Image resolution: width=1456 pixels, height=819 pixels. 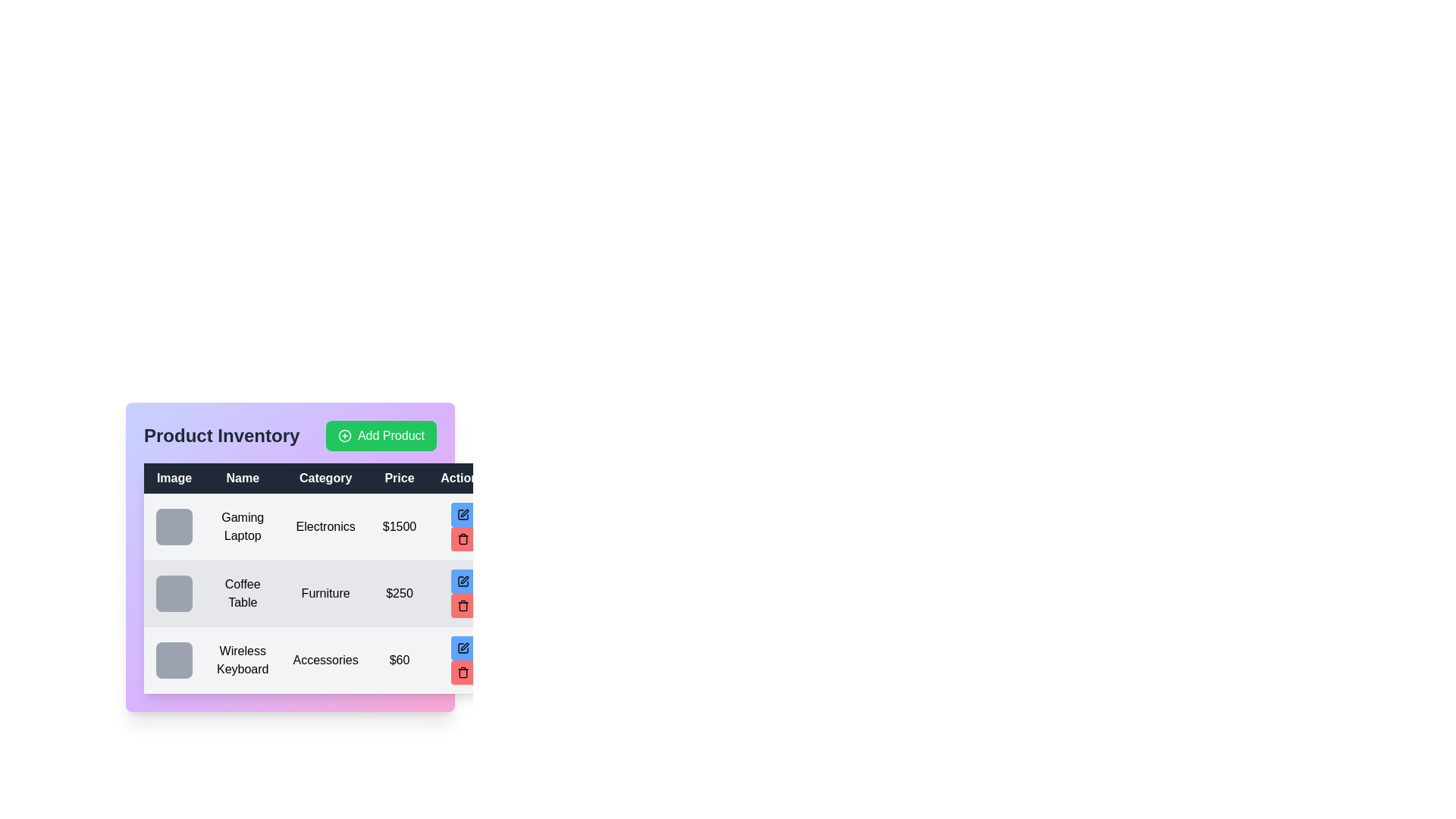 What do you see at coordinates (344, 435) in the screenshot?
I see `the icon located at the top-right section of the 'Add Product' button, positioned to the left of the 'Add Product' text label` at bounding box center [344, 435].